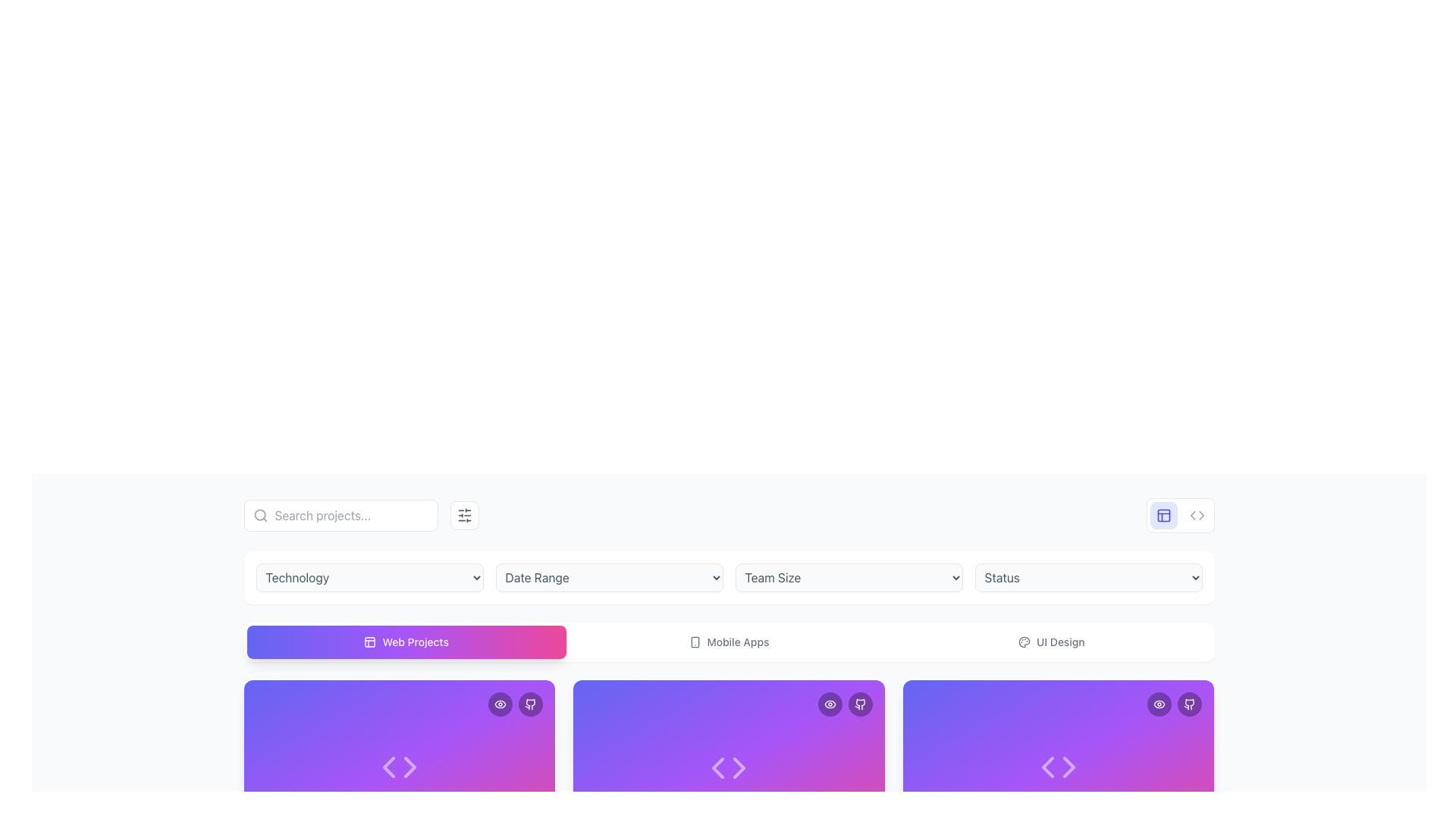 This screenshot has width=1456, height=819. Describe the element at coordinates (1200, 514) in the screenshot. I see `the small triangular graphic icon that resembles an arrowhead, located within the second angle bracket of a code-like icon in the upper-right corner of the interface` at that location.